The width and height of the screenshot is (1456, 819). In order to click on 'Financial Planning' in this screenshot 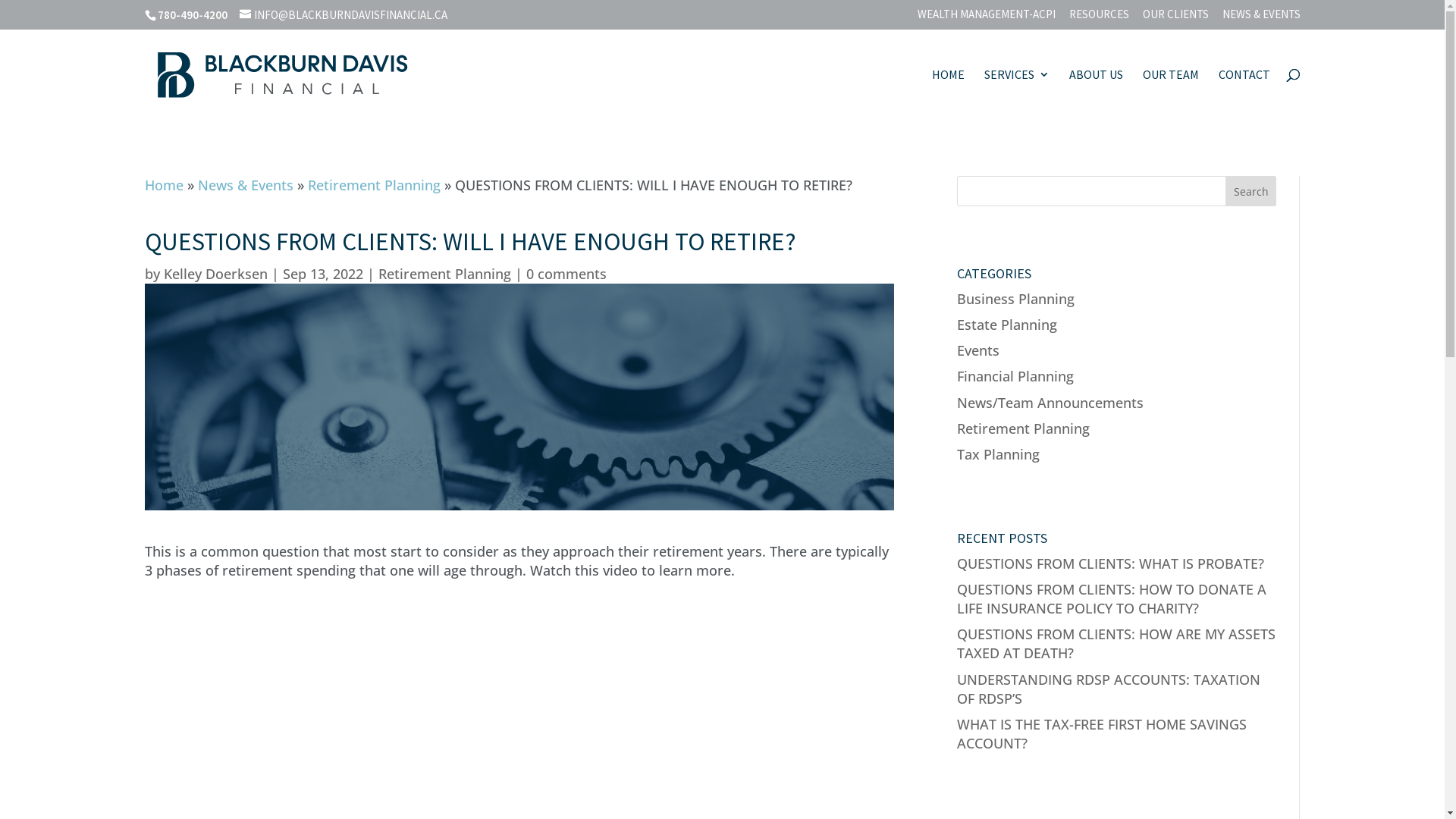, I will do `click(1015, 375)`.